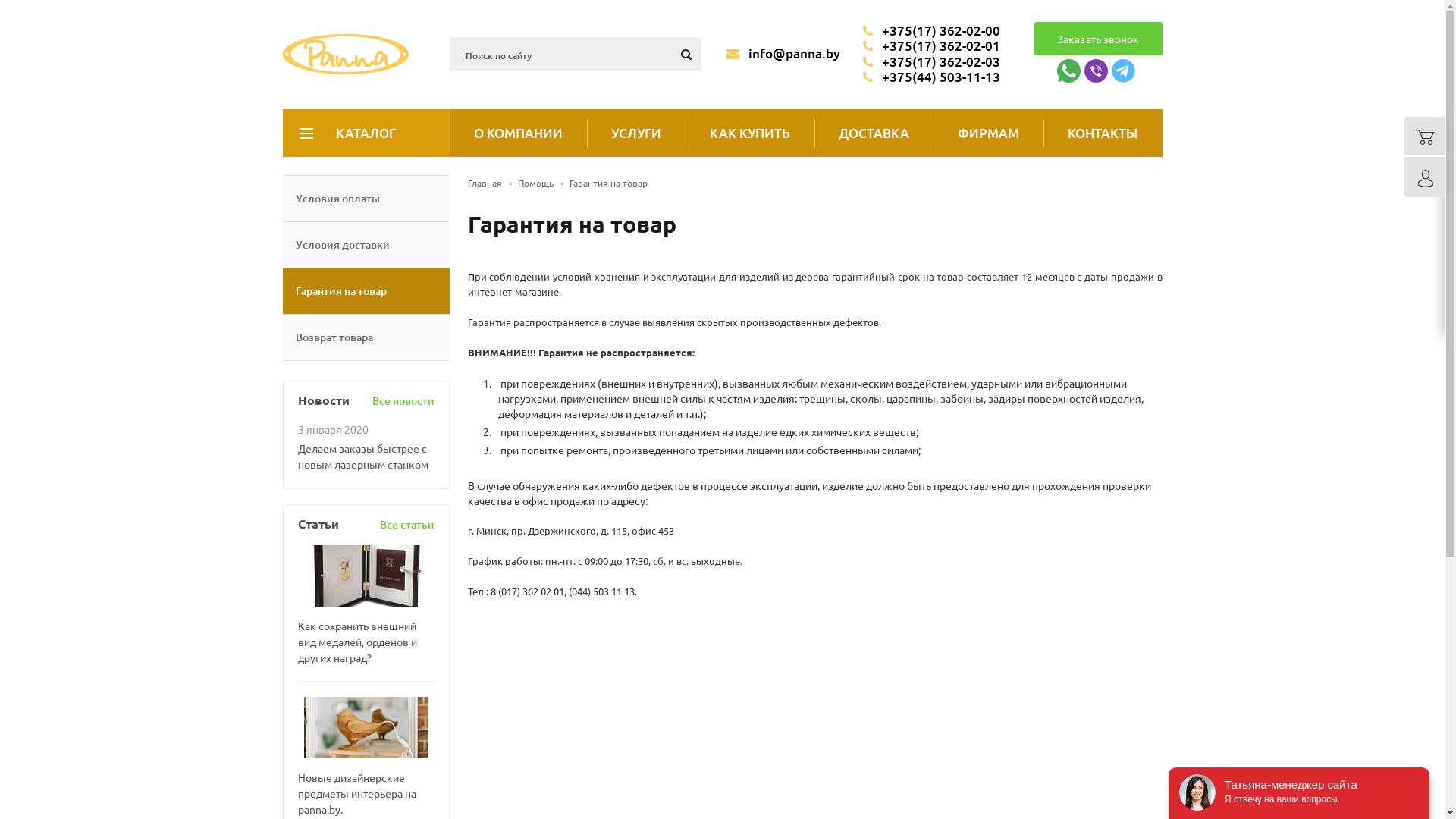 The width and height of the screenshot is (1456, 819). What do you see at coordinates (783, 52) in the screenshot?
I see `'info@panna.by'` at bounding box center [783, 52].